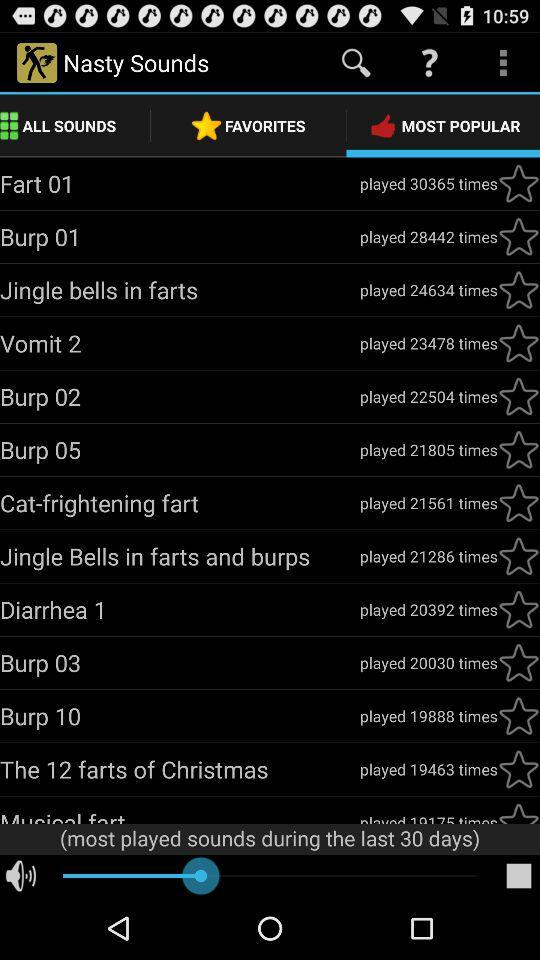 Image resolution: width=540 pixels, height=960 pixels. Describe the element at coordinates (427, 608) in the screenshot. I see `the icon next to diarrhea 1 item` at that location.